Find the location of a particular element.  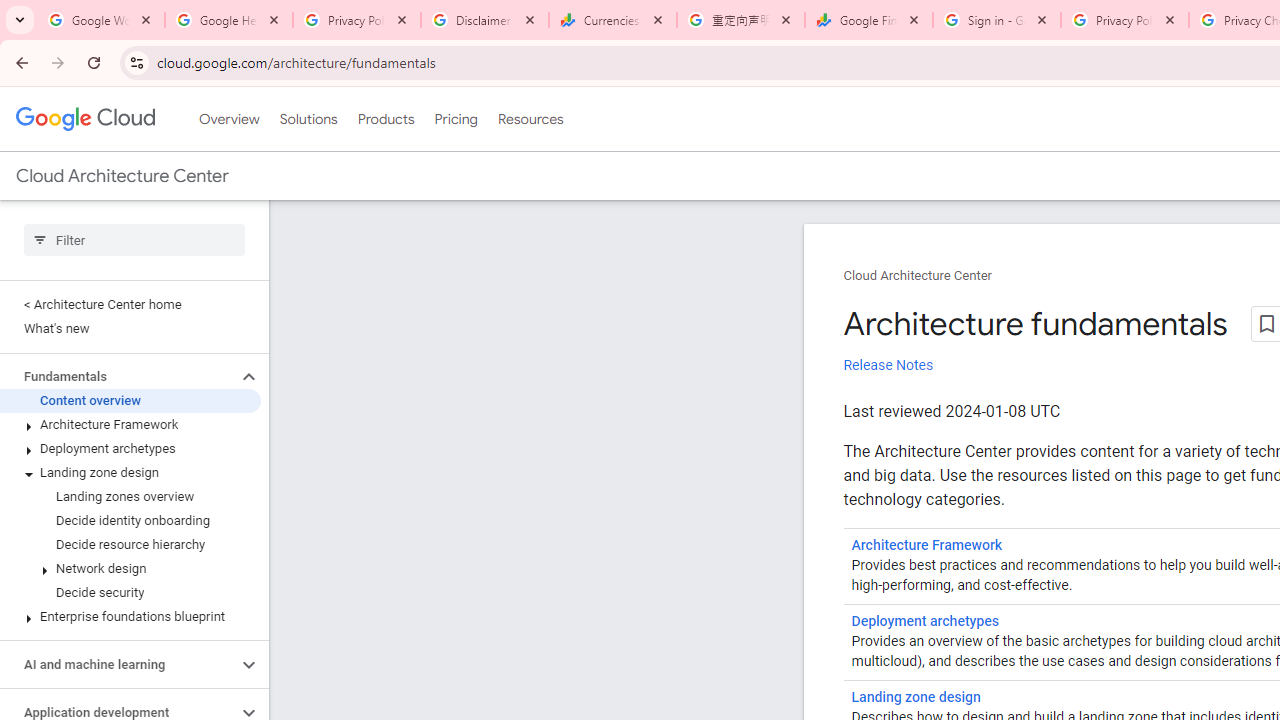

'Enterprise foundations blueprint' is located at coordinates (129, 616).